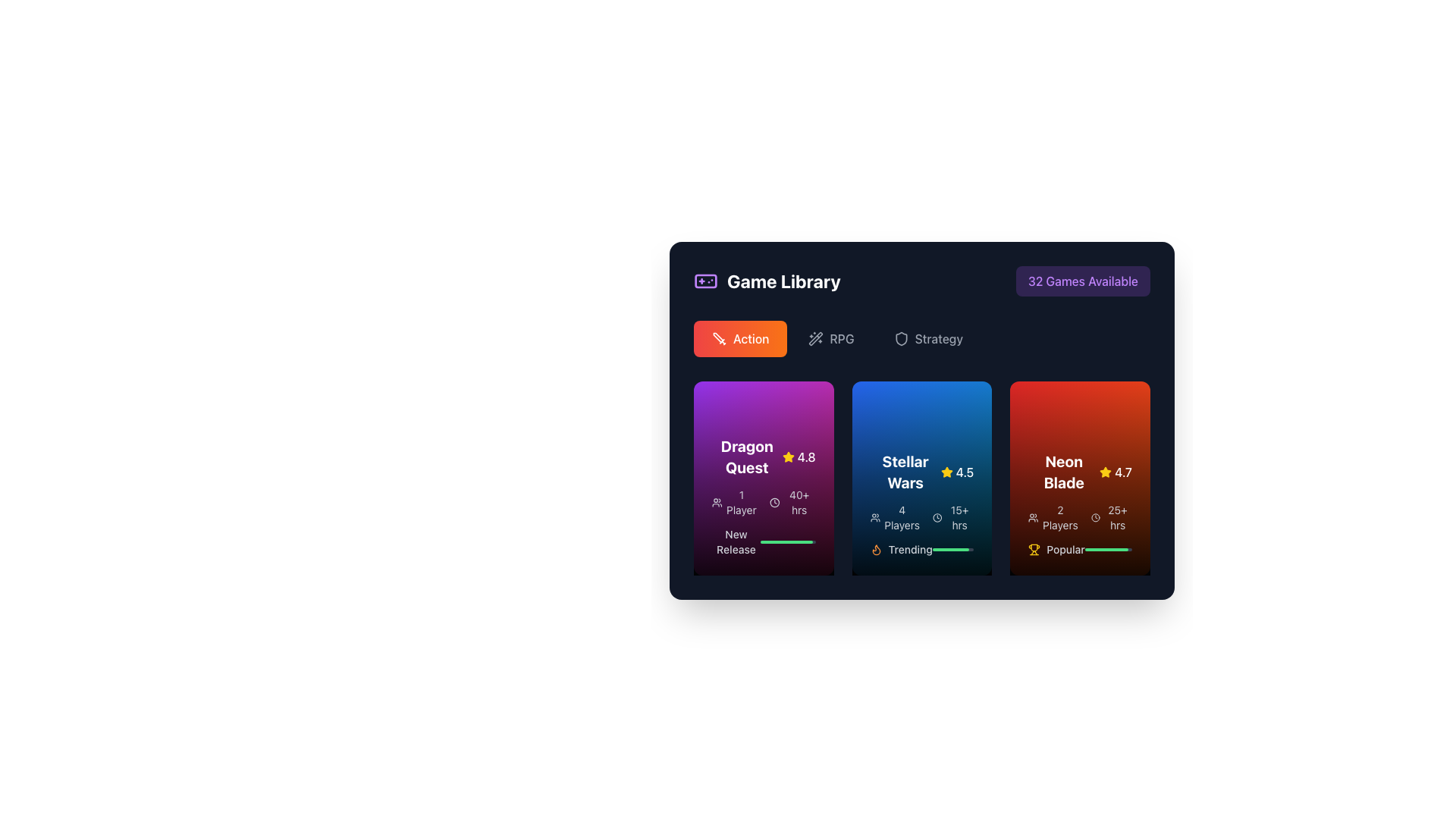 The width and height of the screenshot is (1456, 819). I want to click on informational label displaying the approximate time required for the activity in the 'Stellar Wars' card located in the 'Game Library' section, so click(952, 516).